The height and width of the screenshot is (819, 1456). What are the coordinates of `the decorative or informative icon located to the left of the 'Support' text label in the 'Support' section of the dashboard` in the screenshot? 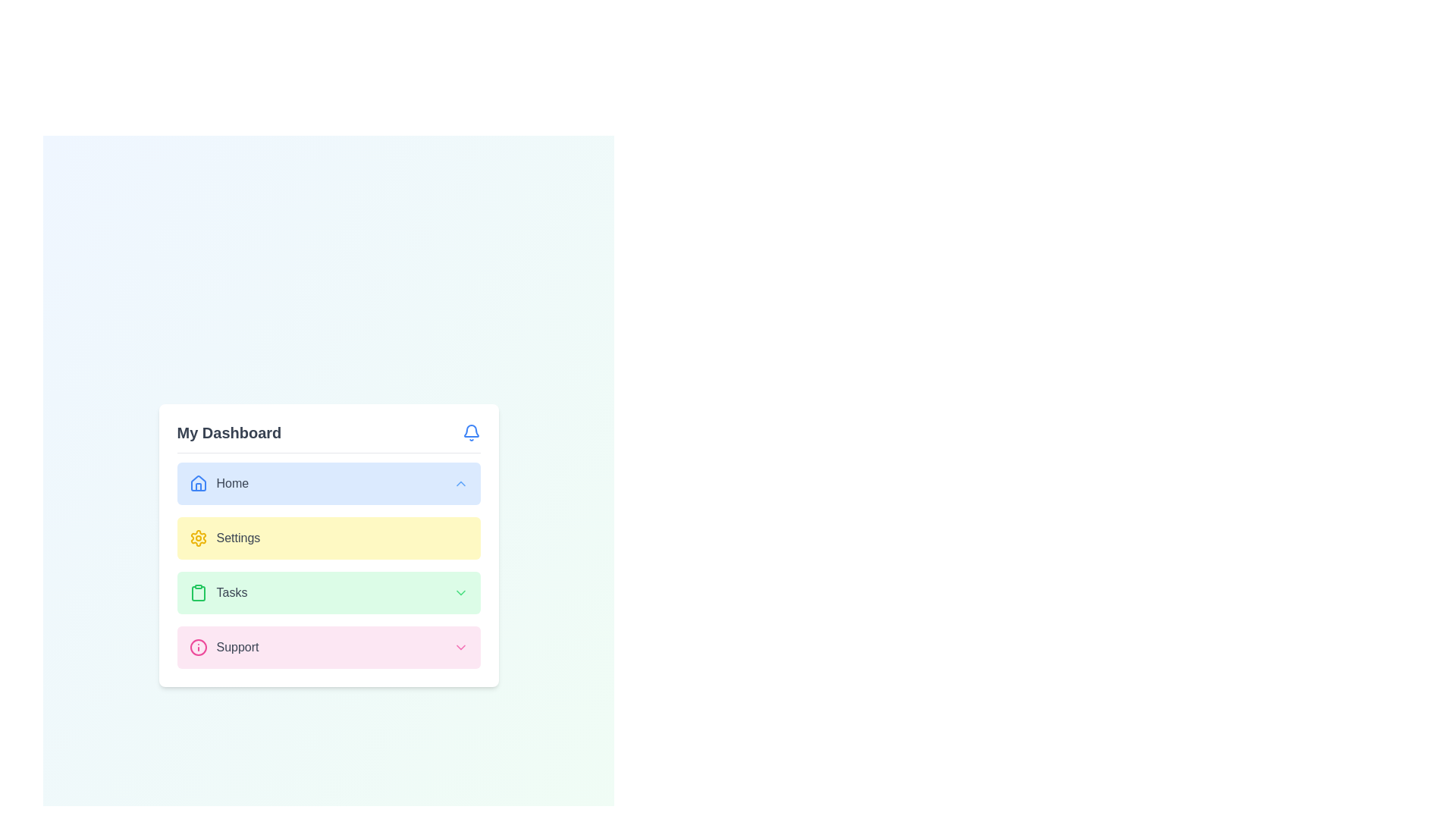 It's located at (197, 647).